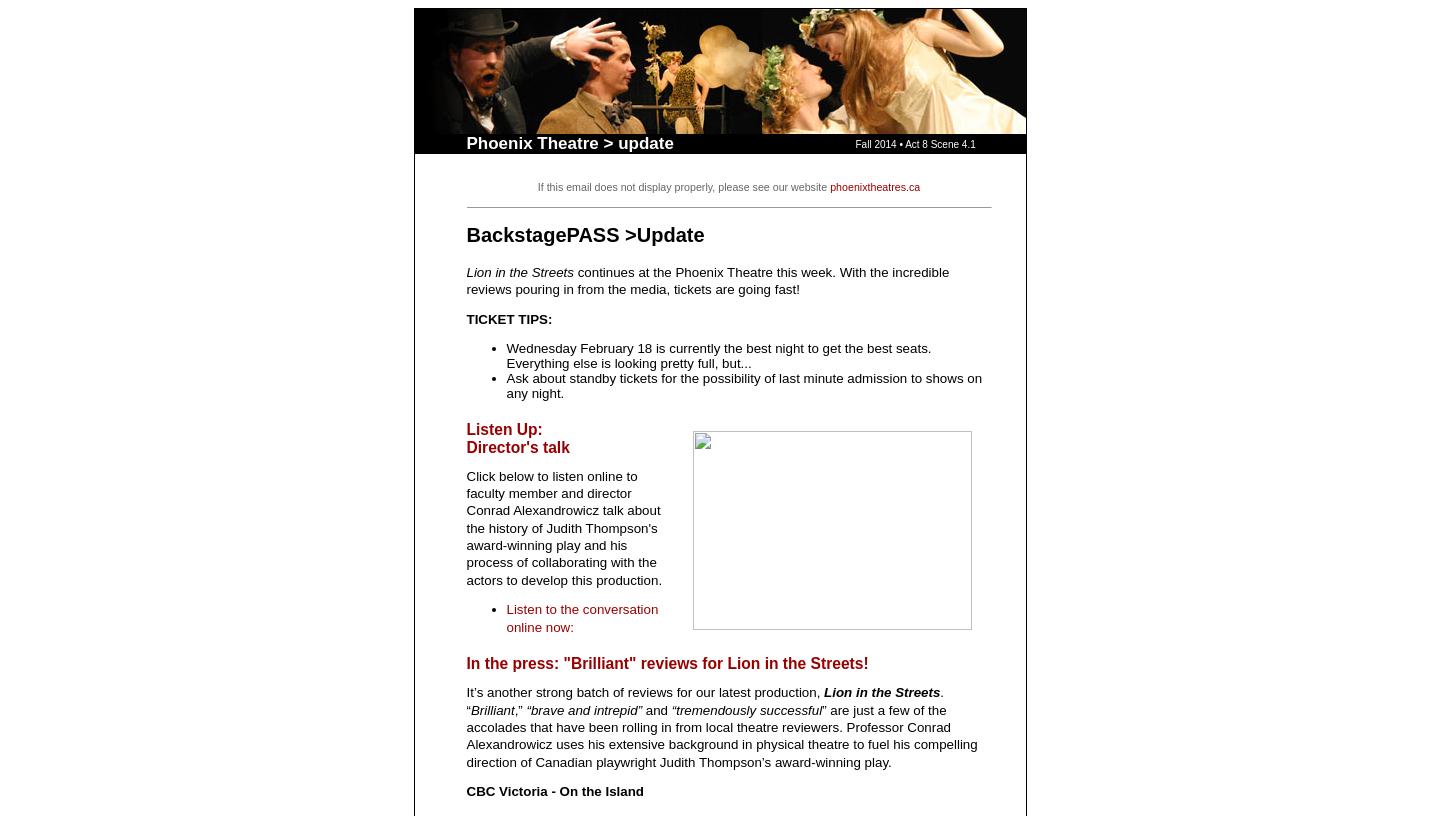 This screenshot has height=816, width=1440. I want to click on 'Phoenix Theatre > update', so click(569, 143).